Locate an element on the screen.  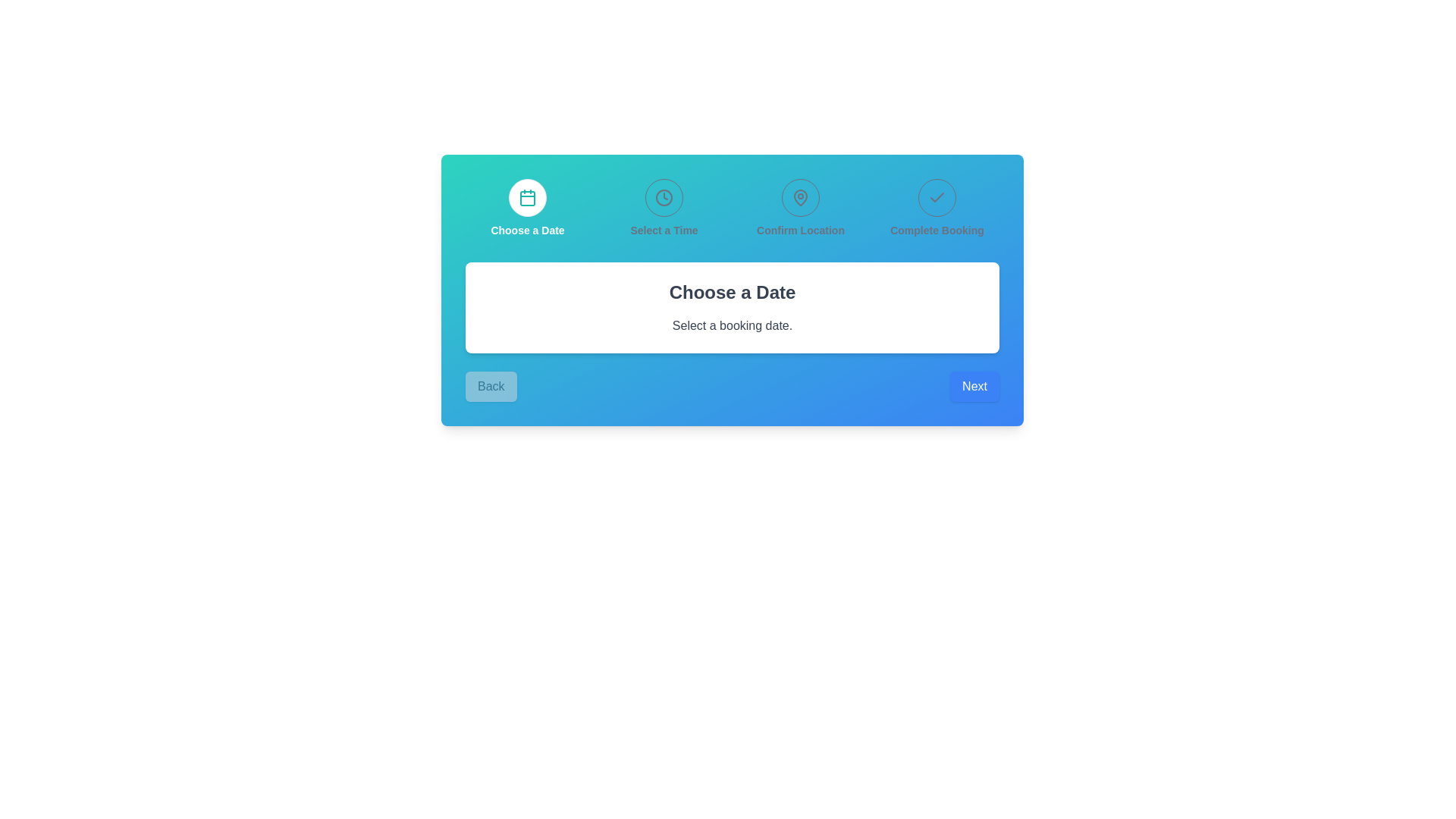
the clock icon representing the 'Select a Time' step in the booking process, located at the center of its bounding box is located at coordinates (664, 197).